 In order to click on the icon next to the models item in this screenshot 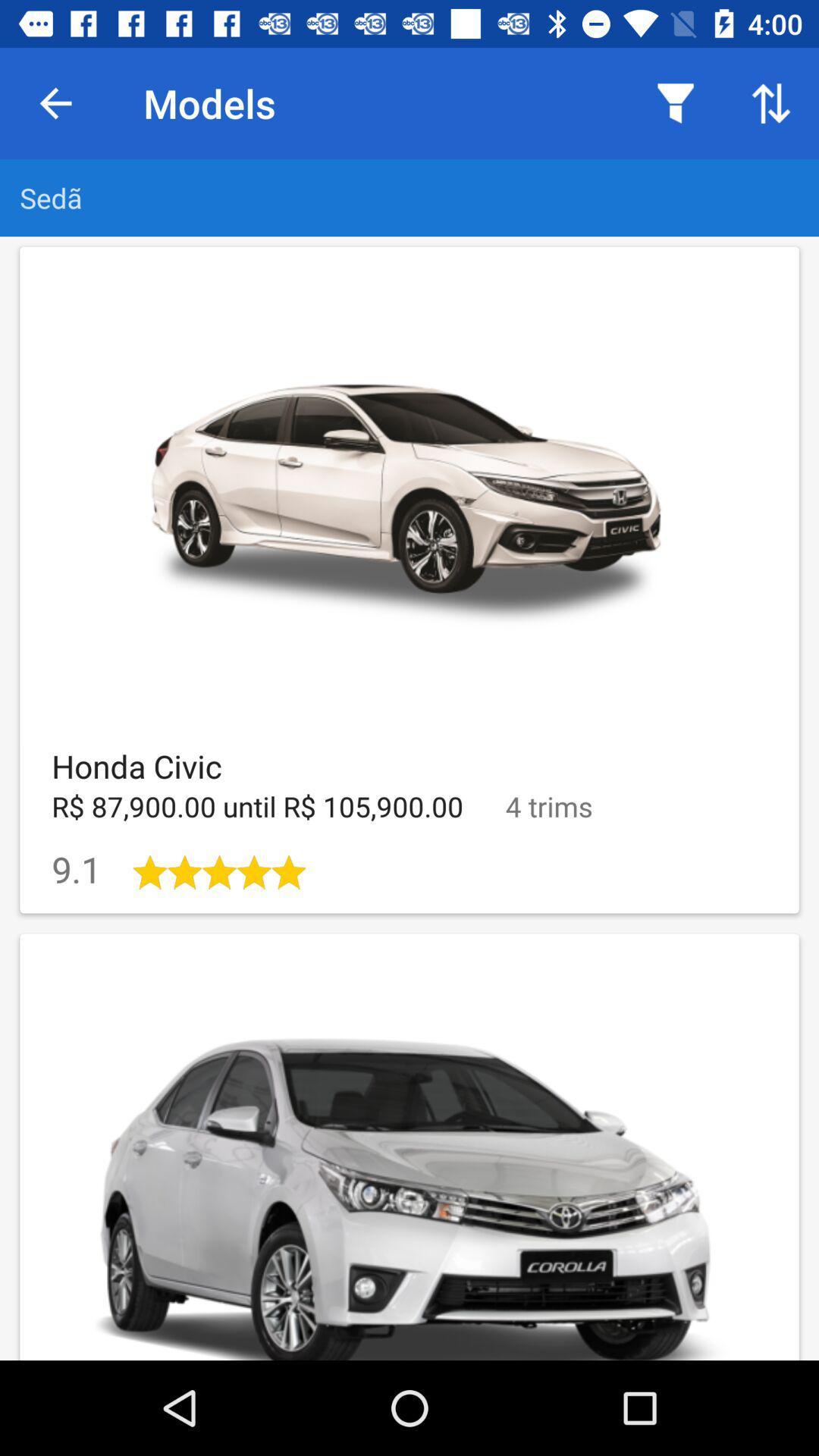, I will do `click(55, 102)`.